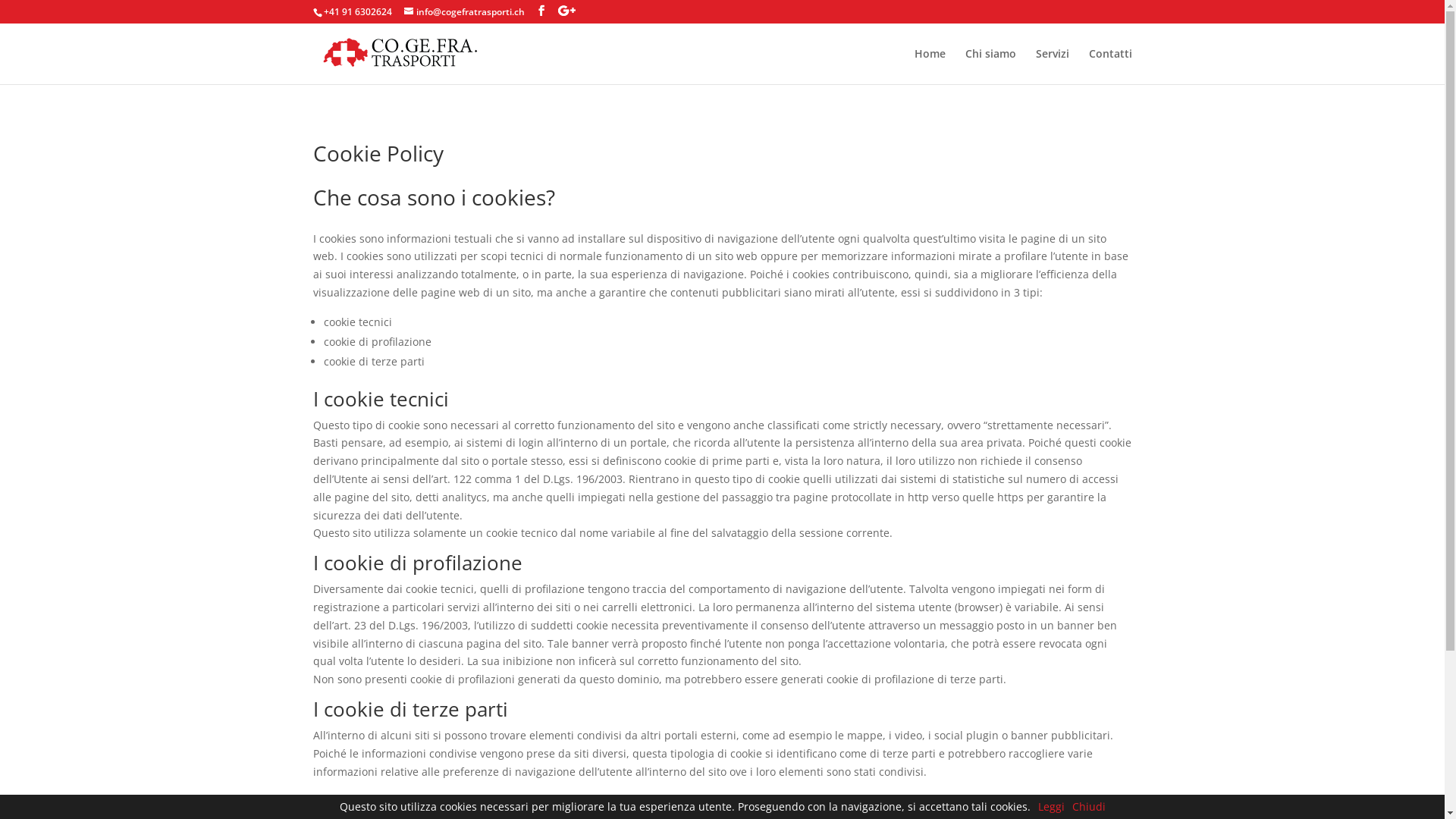  Describe the element at coordinates (990, 65) in the screenshot. I see `'Chi siamo'` at that location.